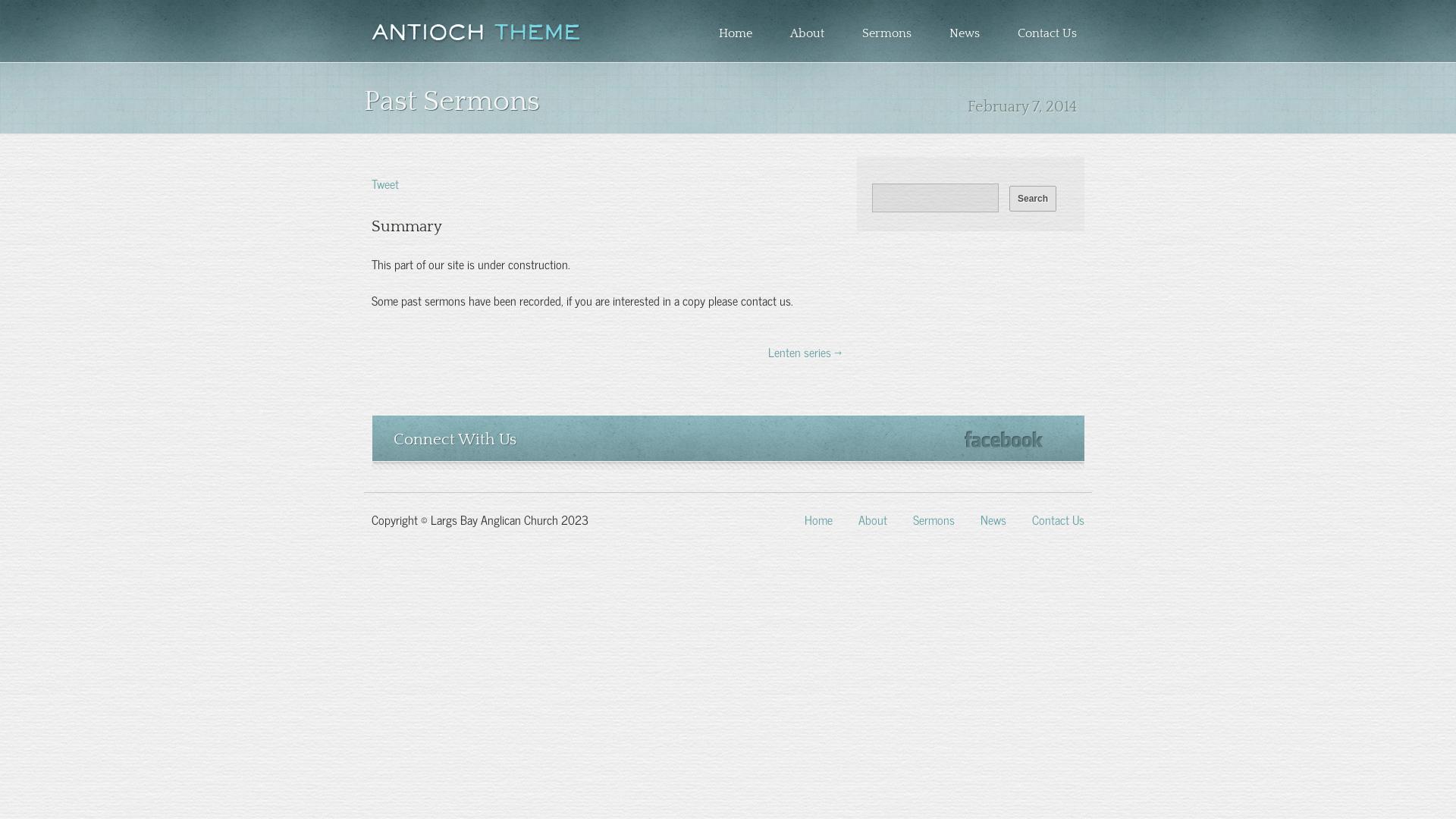 The width and height of the screenshot is (1456, 819). What do you see at coordinates (1046, 33) in the screenshot?
I see `'Contact Us'` at bounding box center [1046, 33].